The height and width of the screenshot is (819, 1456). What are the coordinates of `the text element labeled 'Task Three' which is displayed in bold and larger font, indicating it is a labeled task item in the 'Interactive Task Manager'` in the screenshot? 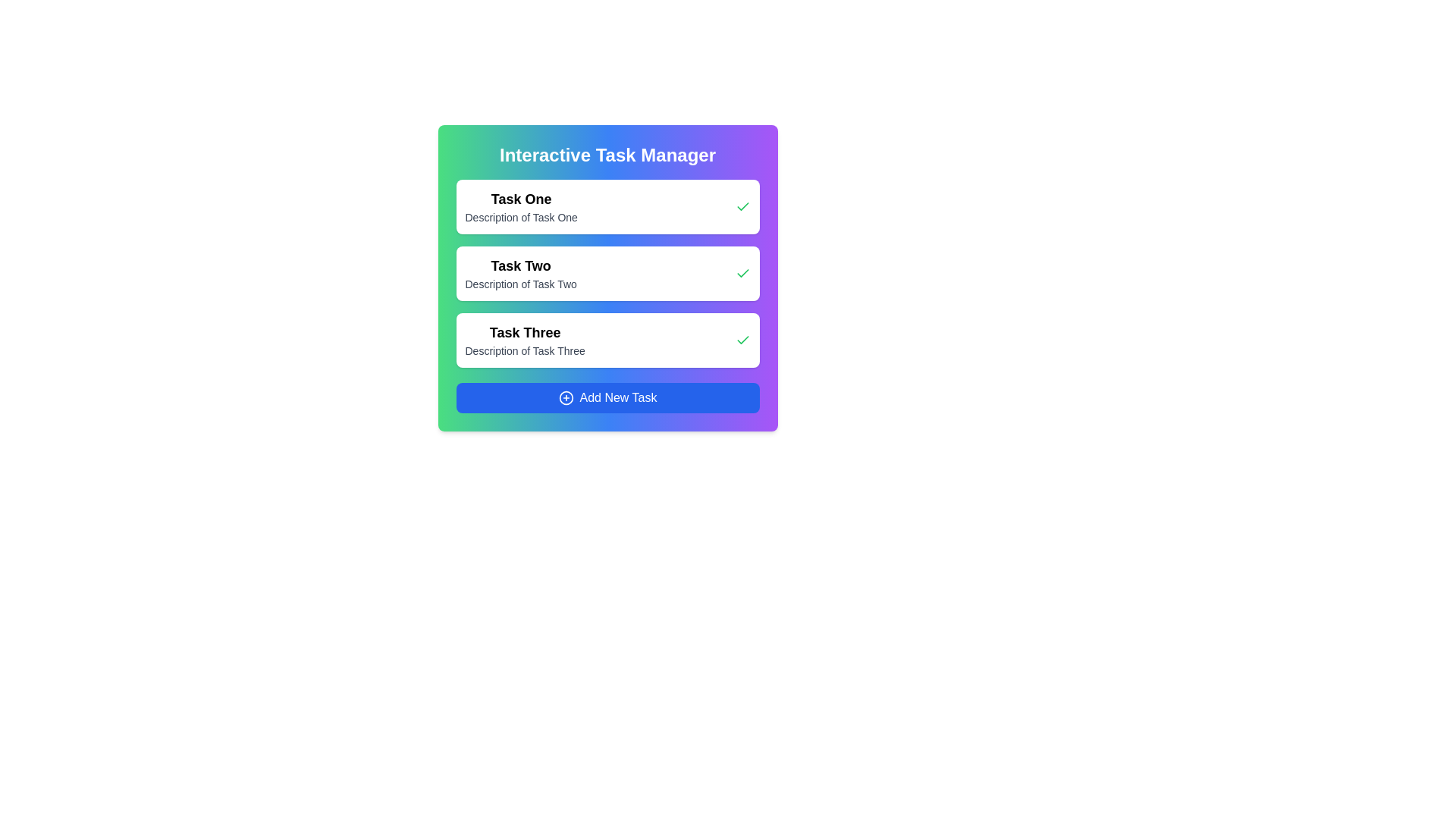 It's located at (525, 339).